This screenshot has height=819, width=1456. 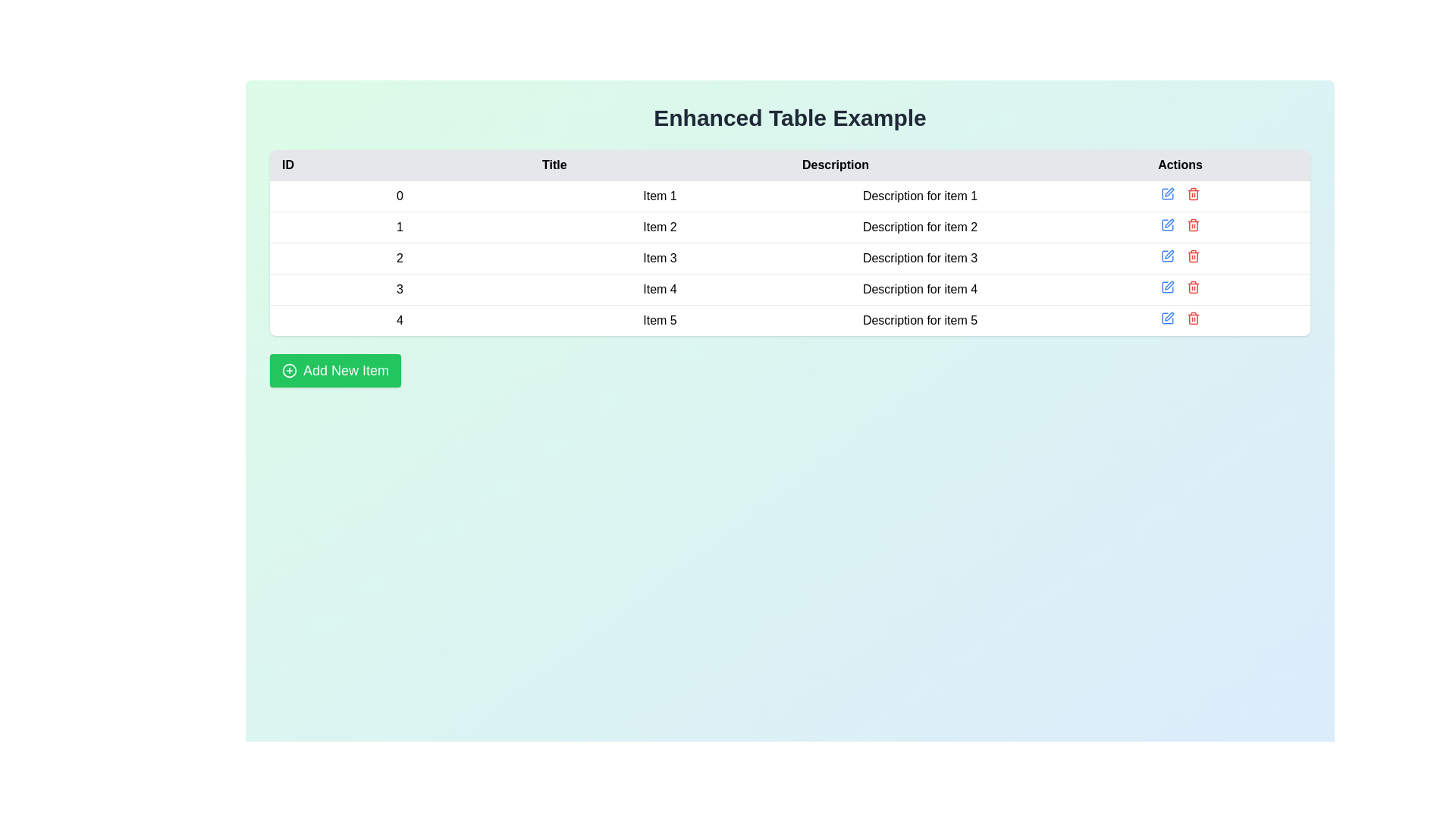 I want to click on the edit button icon located in the Actions column of the third row of the table, so click(x=1168, y=253).